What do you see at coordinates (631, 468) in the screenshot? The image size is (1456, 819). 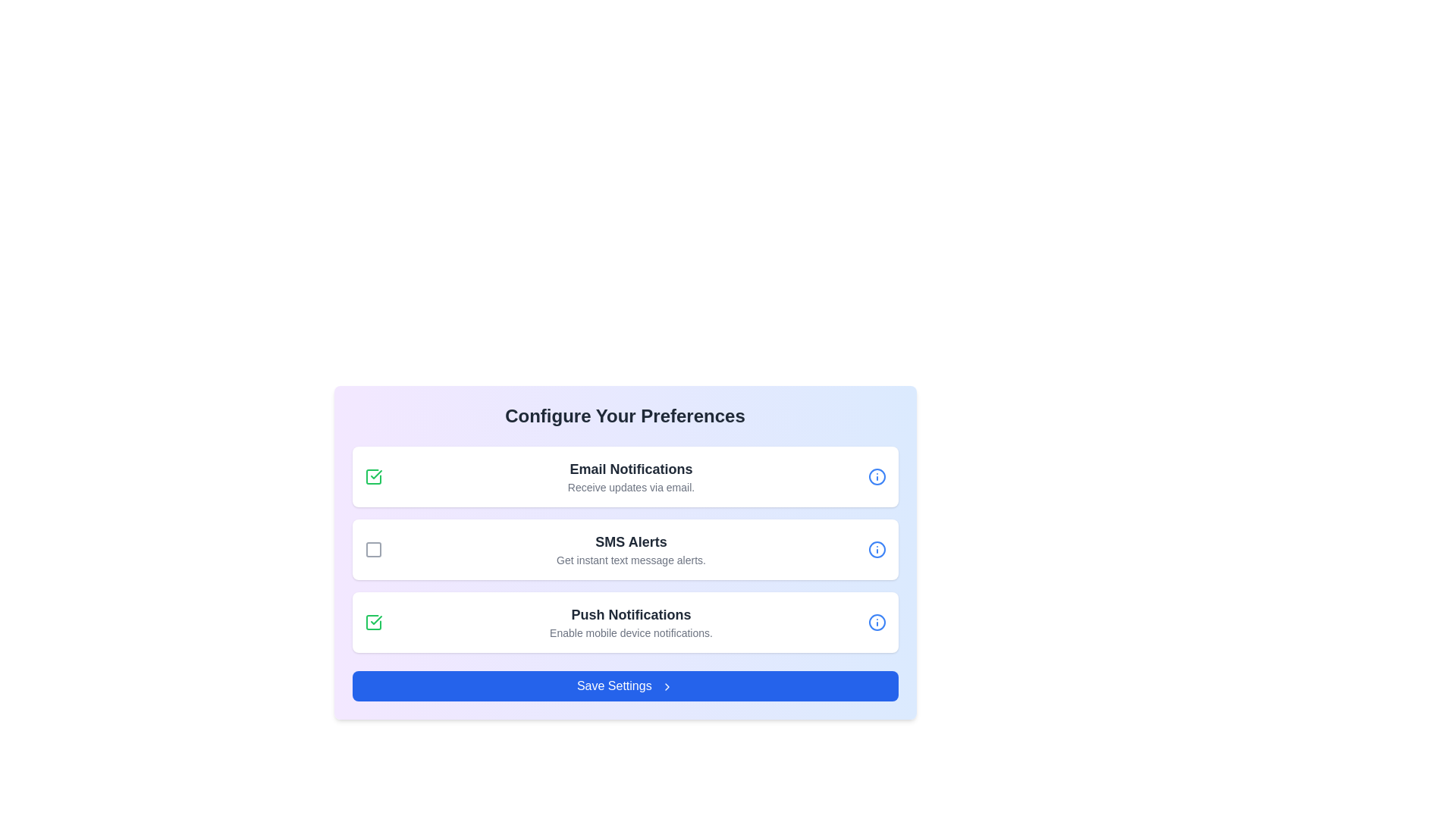 I see `the 'Email Notifications' text label, which is displayed in bold and larger font, colored dark gray, positioned at the top of the preference section for email notifications` at bounding box center [631, 468].